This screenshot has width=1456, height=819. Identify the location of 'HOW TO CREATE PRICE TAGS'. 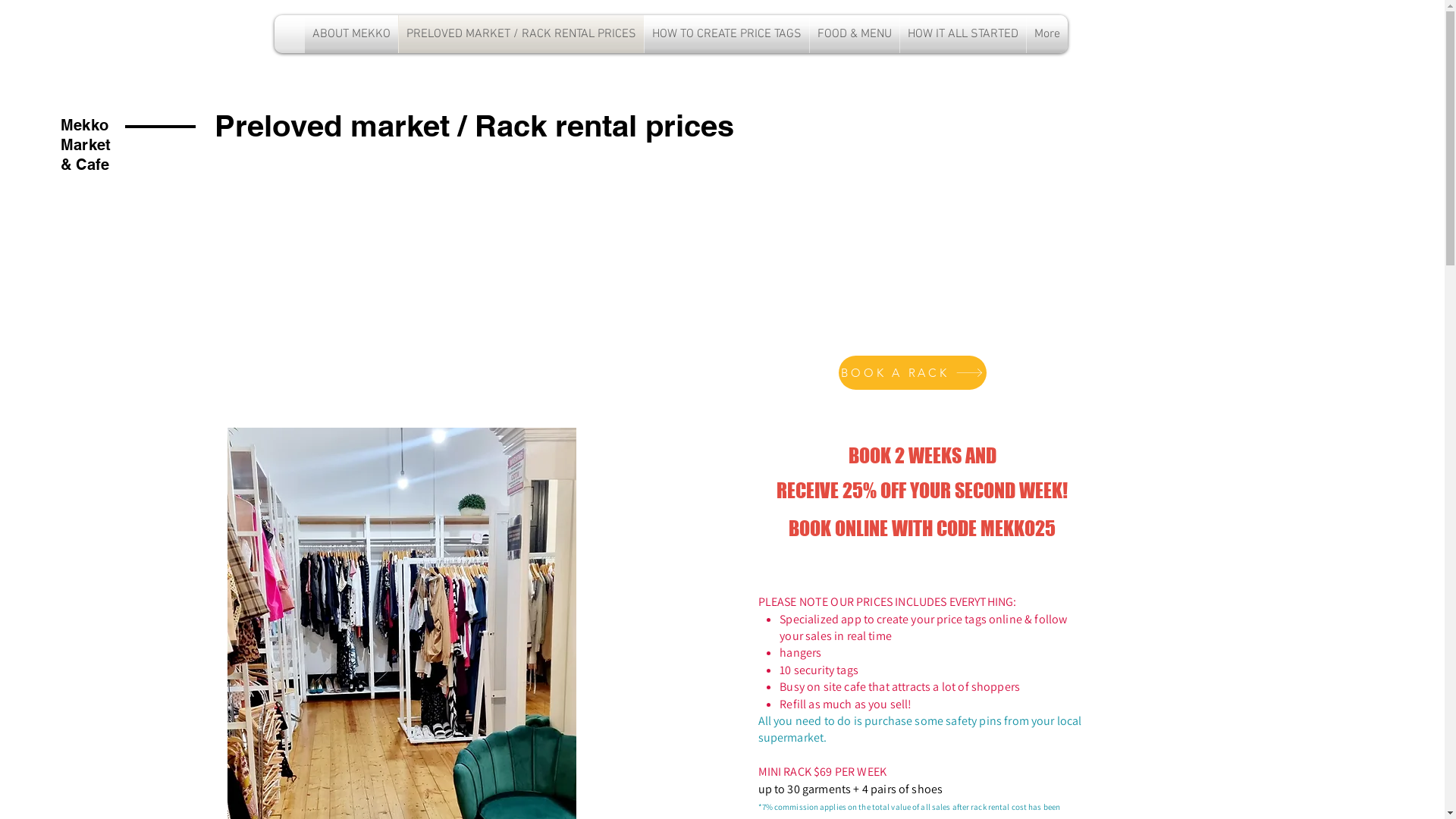
(726, 34).